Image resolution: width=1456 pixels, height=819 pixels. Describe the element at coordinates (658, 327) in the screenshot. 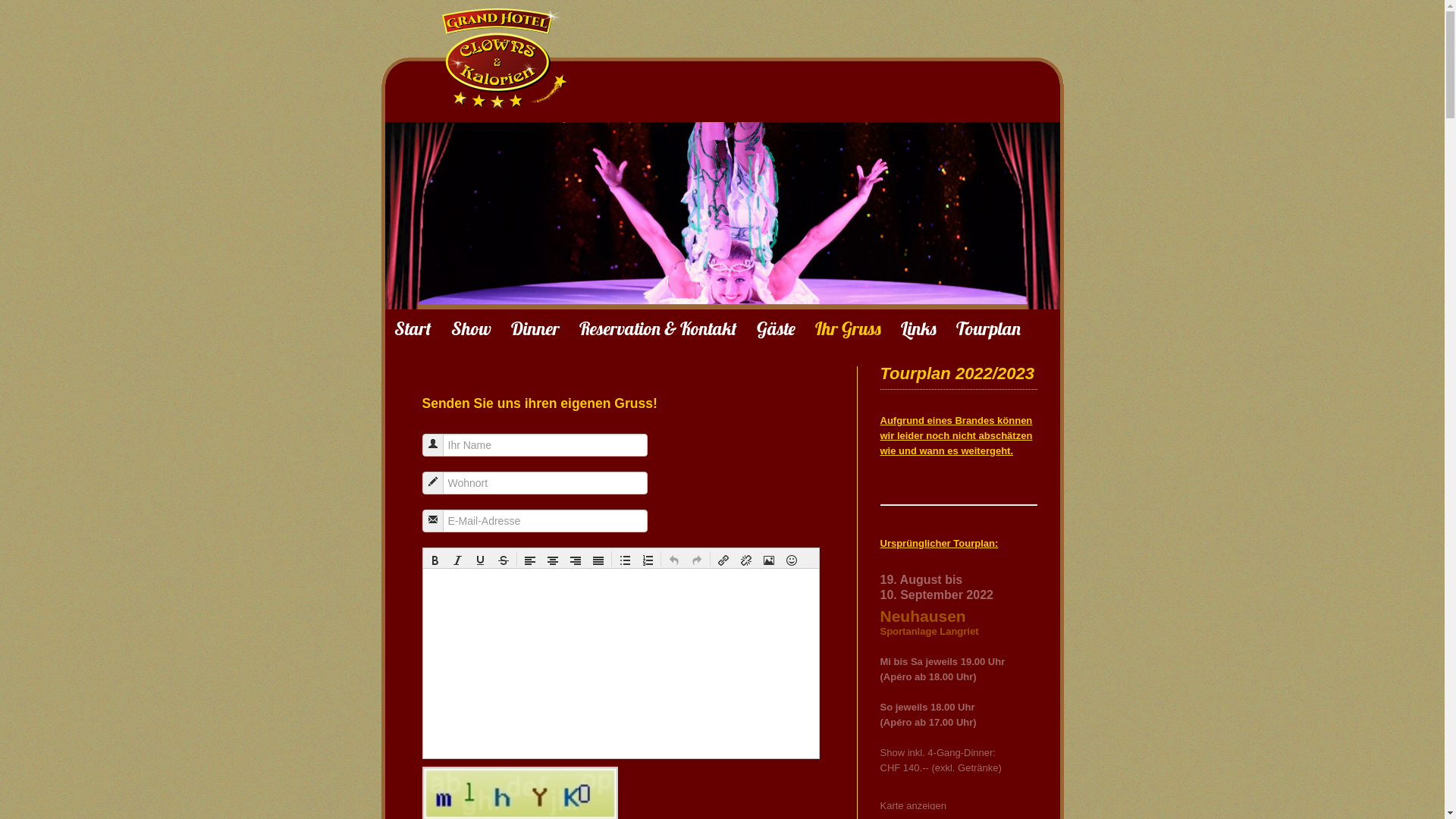

I see `'Reservation & Kontakt'` at that location.